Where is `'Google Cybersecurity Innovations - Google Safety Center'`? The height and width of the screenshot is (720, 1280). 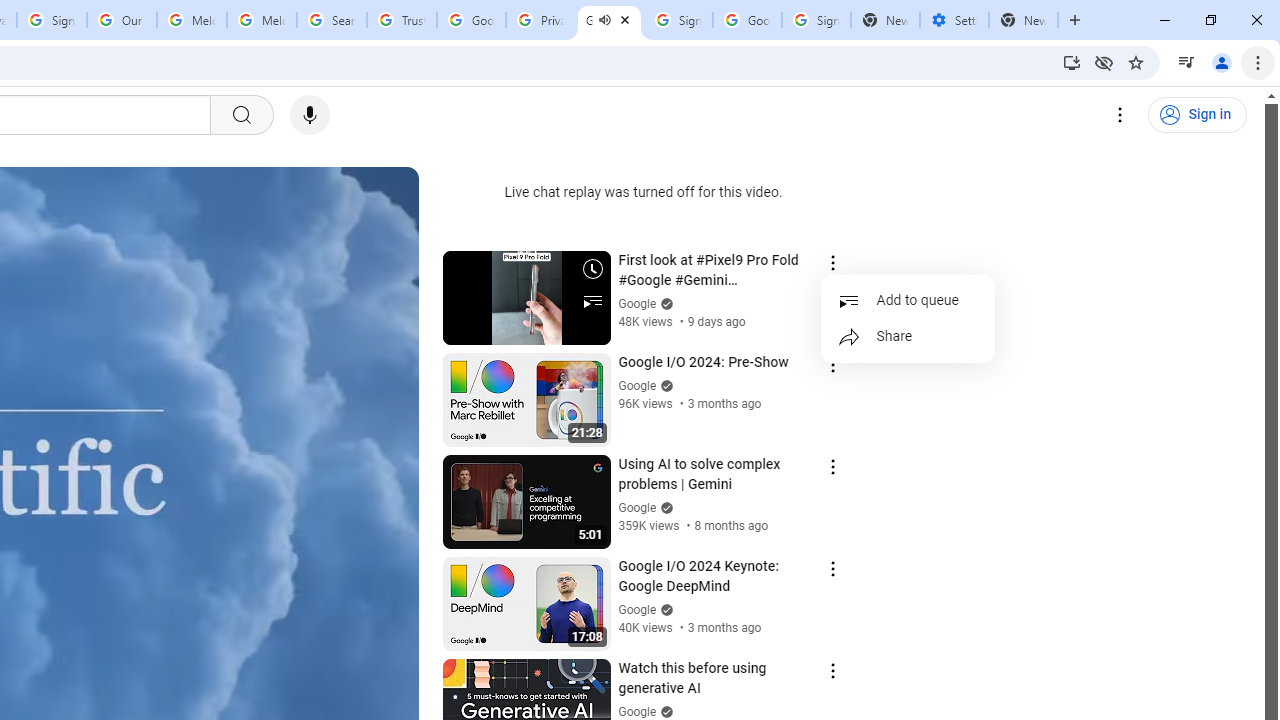 'Google Cybersecurity Innovations - Google Safety Center' is located at coordinates (746, 20).